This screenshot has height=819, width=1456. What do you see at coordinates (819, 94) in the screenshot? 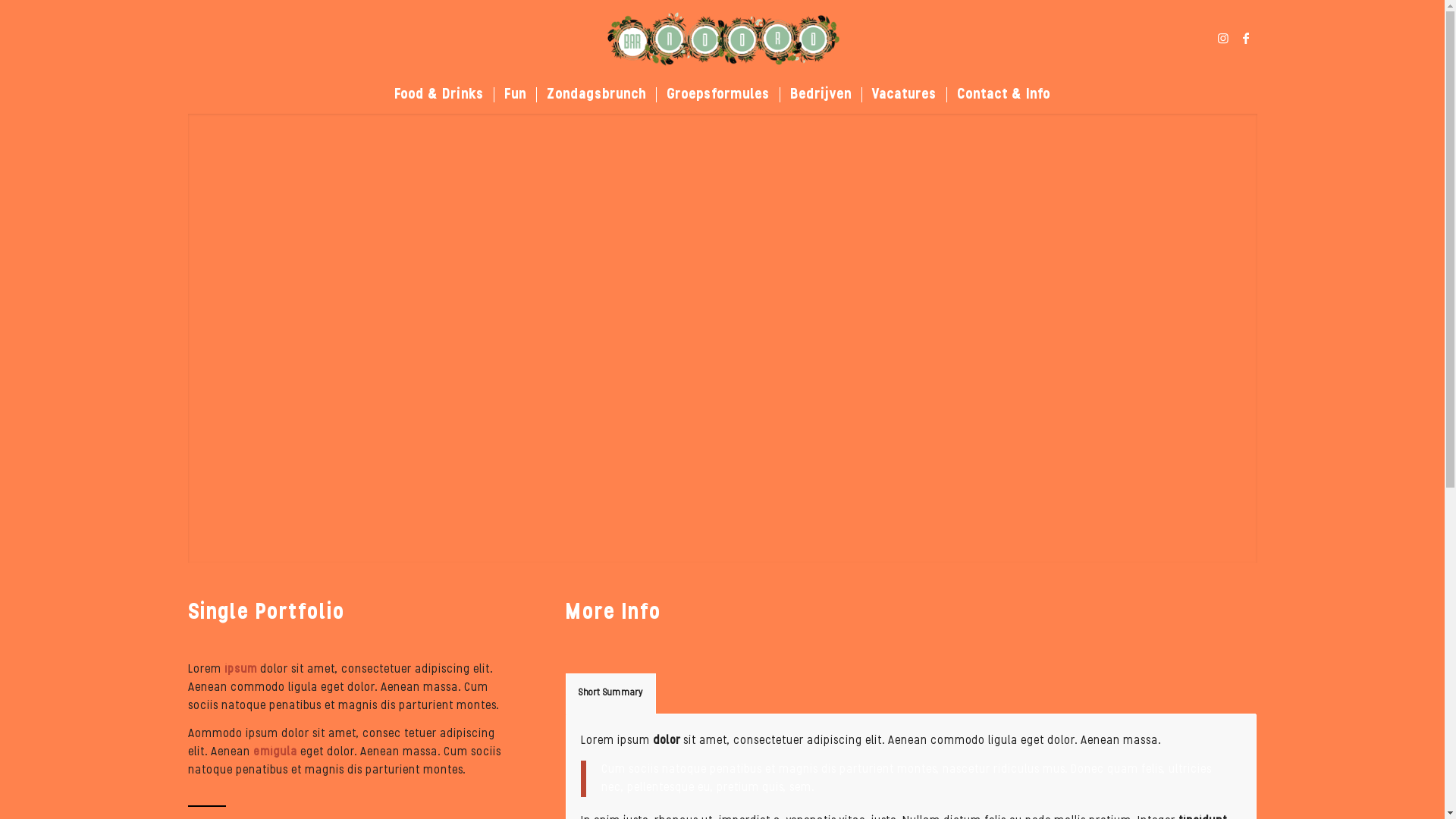
I see `'Bedrijven'` at bounding box center [819, 94].